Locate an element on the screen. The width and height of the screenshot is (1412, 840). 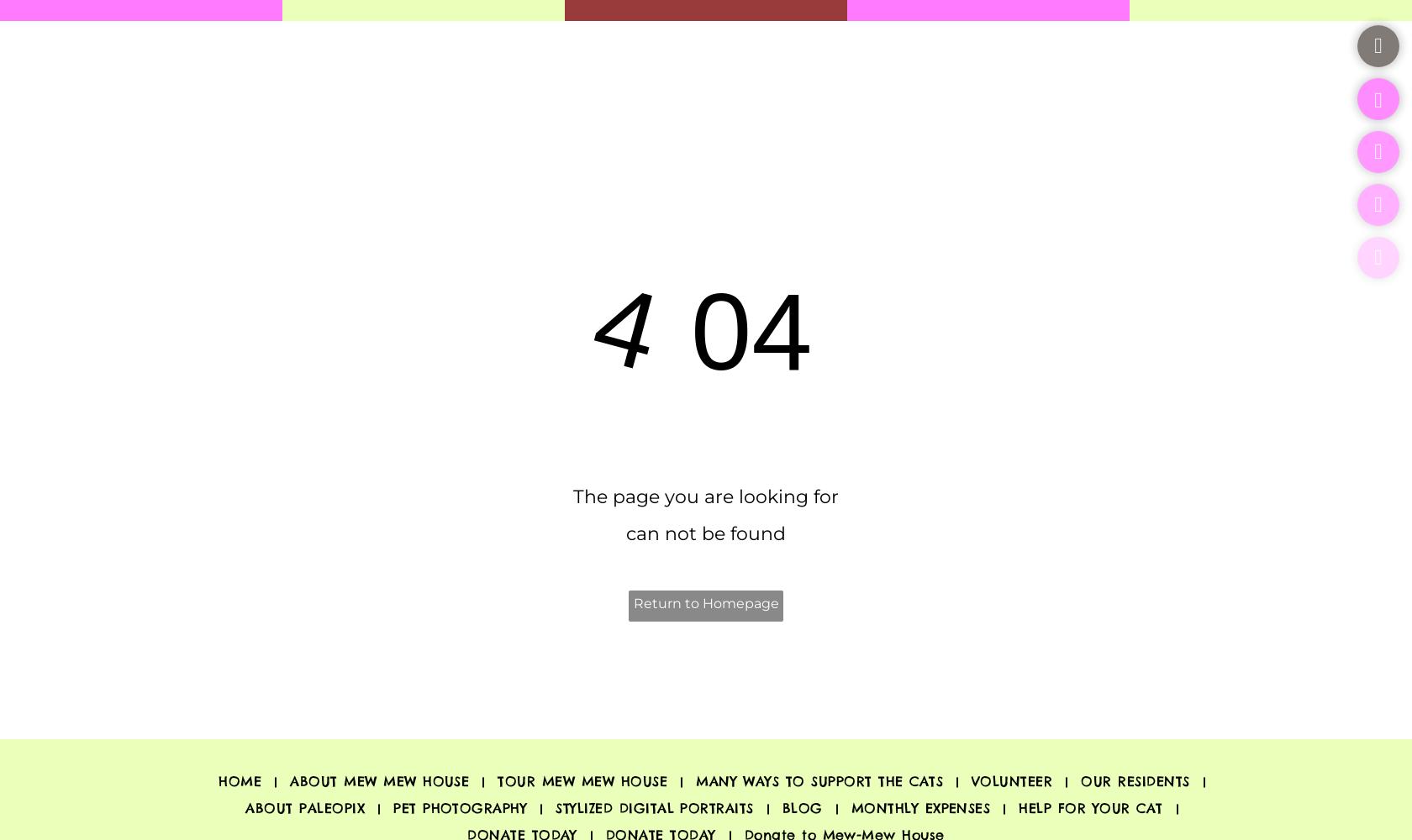
'04' is located at coordinates (735, 332).